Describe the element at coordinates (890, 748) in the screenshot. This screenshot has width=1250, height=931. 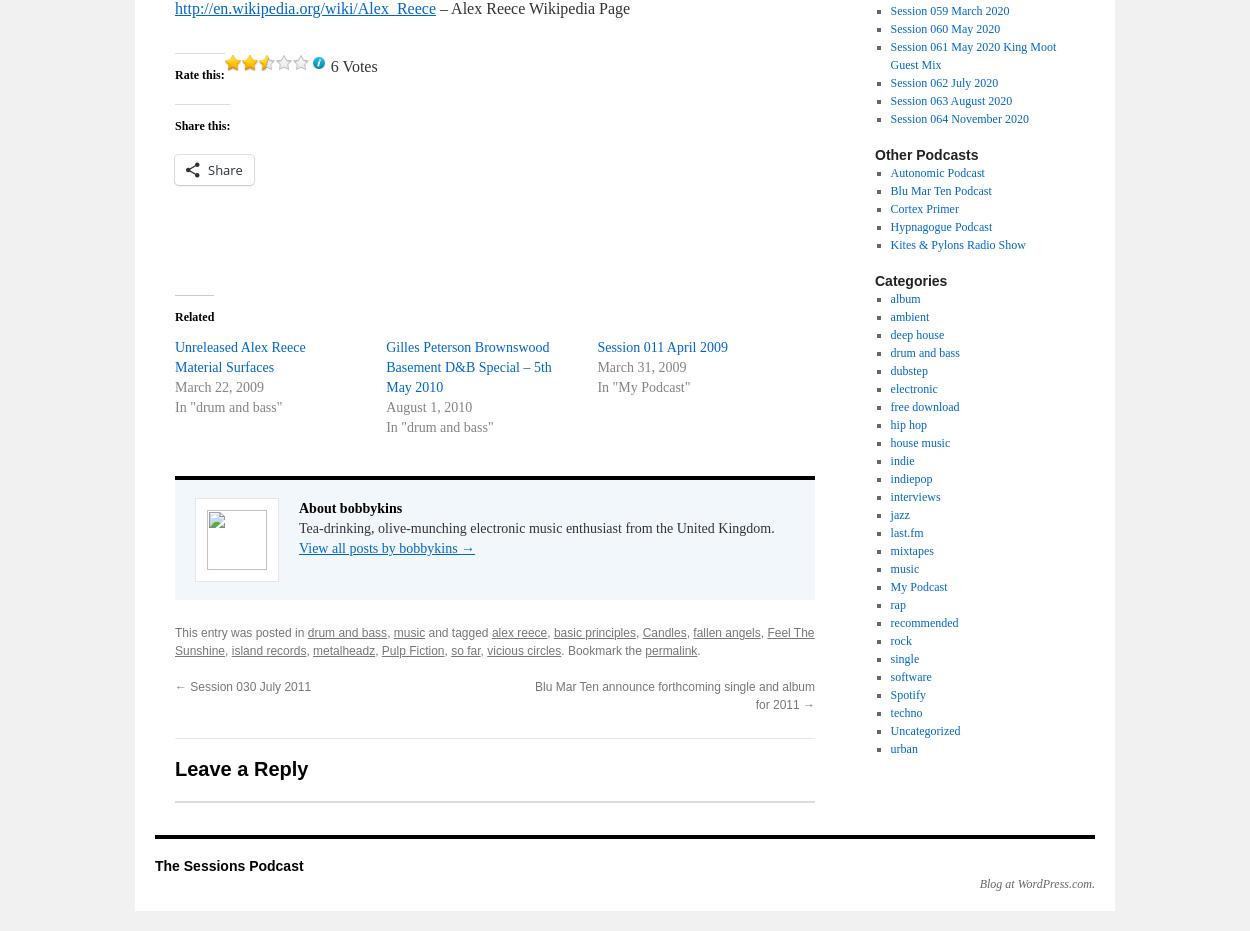
I see `'urban'` at that location.